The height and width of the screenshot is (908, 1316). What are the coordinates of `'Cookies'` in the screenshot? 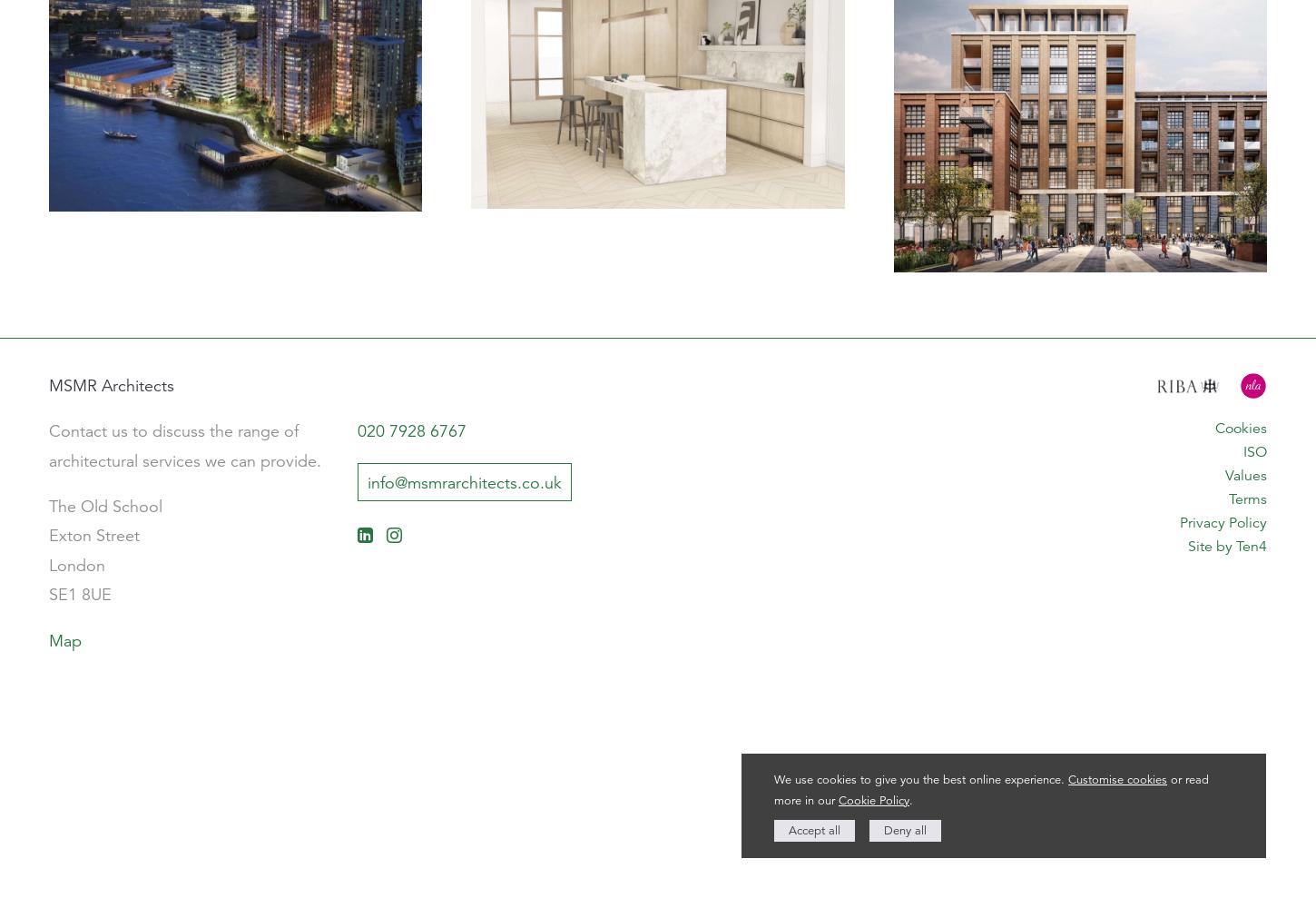 It's located at (1213, 428).